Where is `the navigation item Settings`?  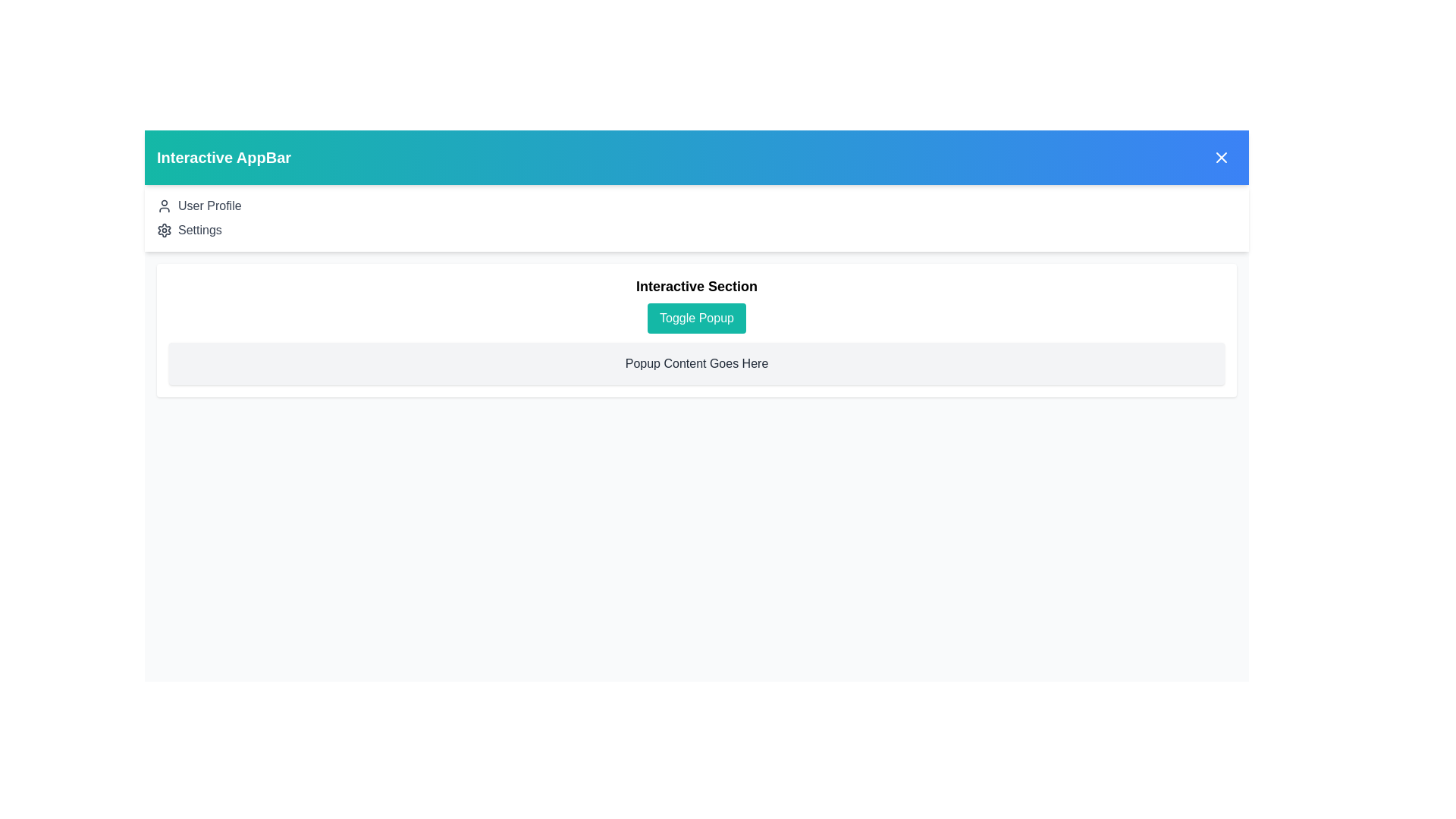
the navigation item Settings is located at coordinates (199, 231).